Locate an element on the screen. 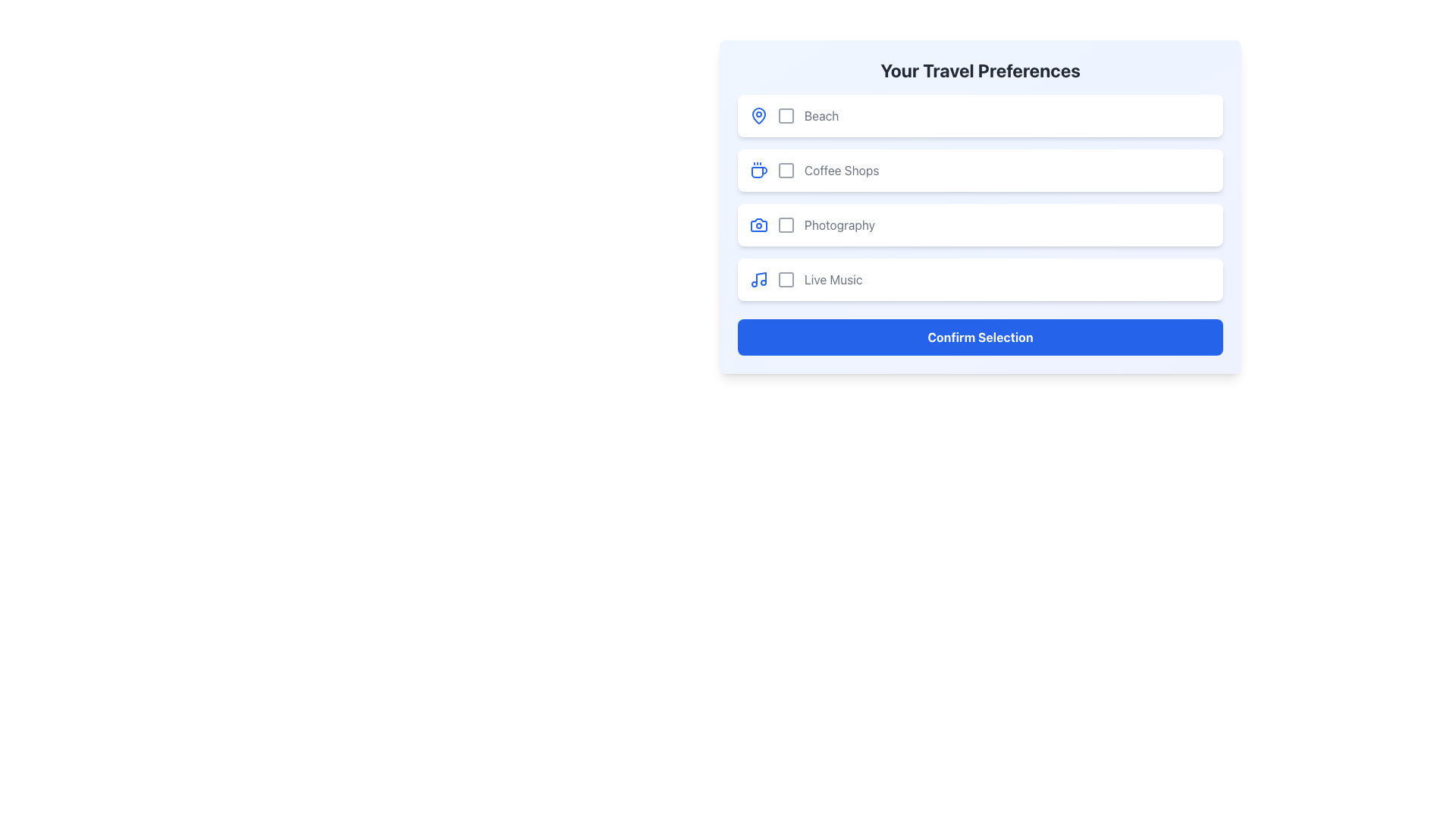  the 'Coffee Shops' text label element, which is styled in gray and is positioned in the second row under 'Your Travel Preferences', between a coffee icon and a checkbox is located at coordinates (841, 170).